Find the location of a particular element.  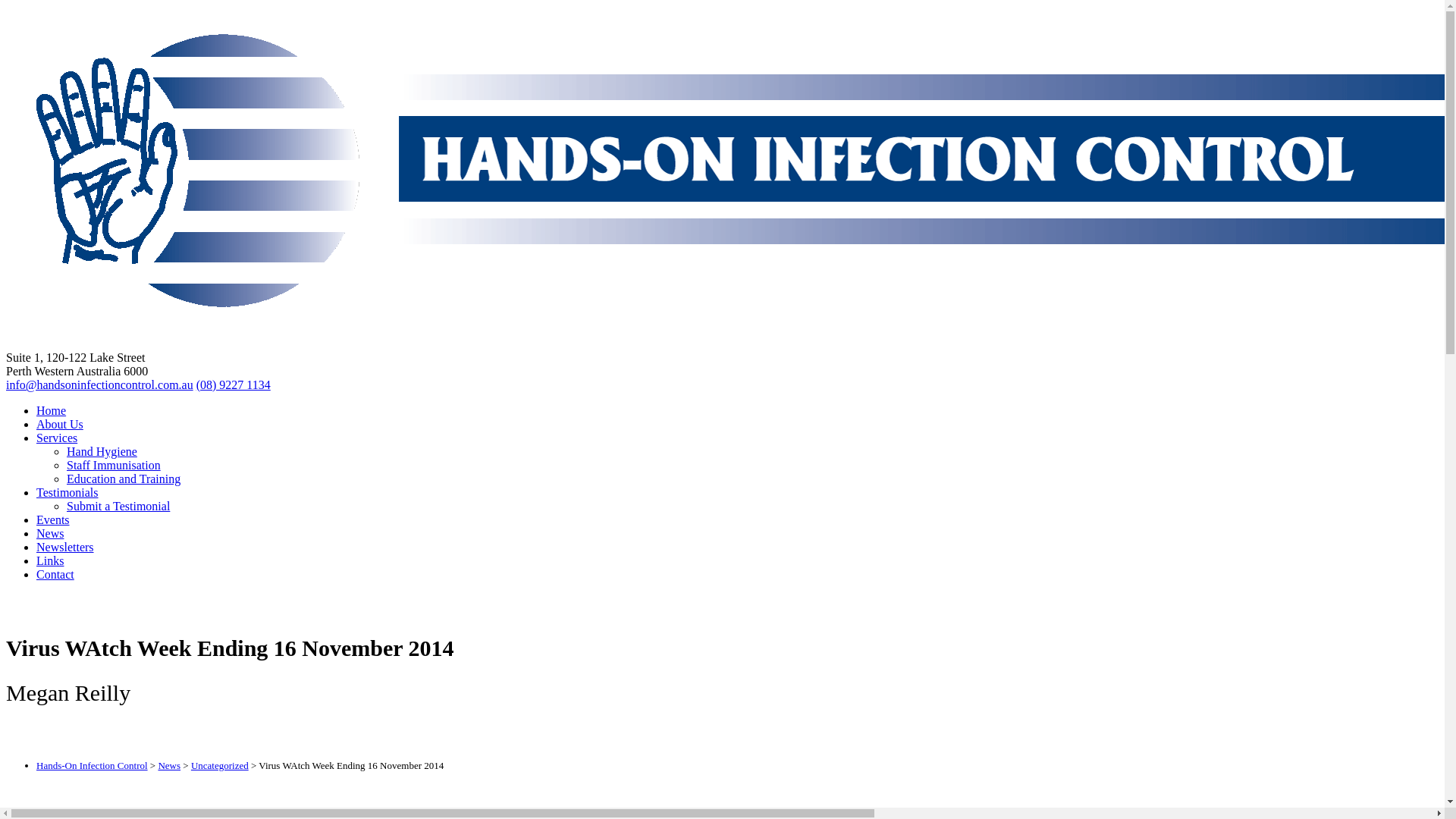

'About Us' is located at coordinates (59, 424).